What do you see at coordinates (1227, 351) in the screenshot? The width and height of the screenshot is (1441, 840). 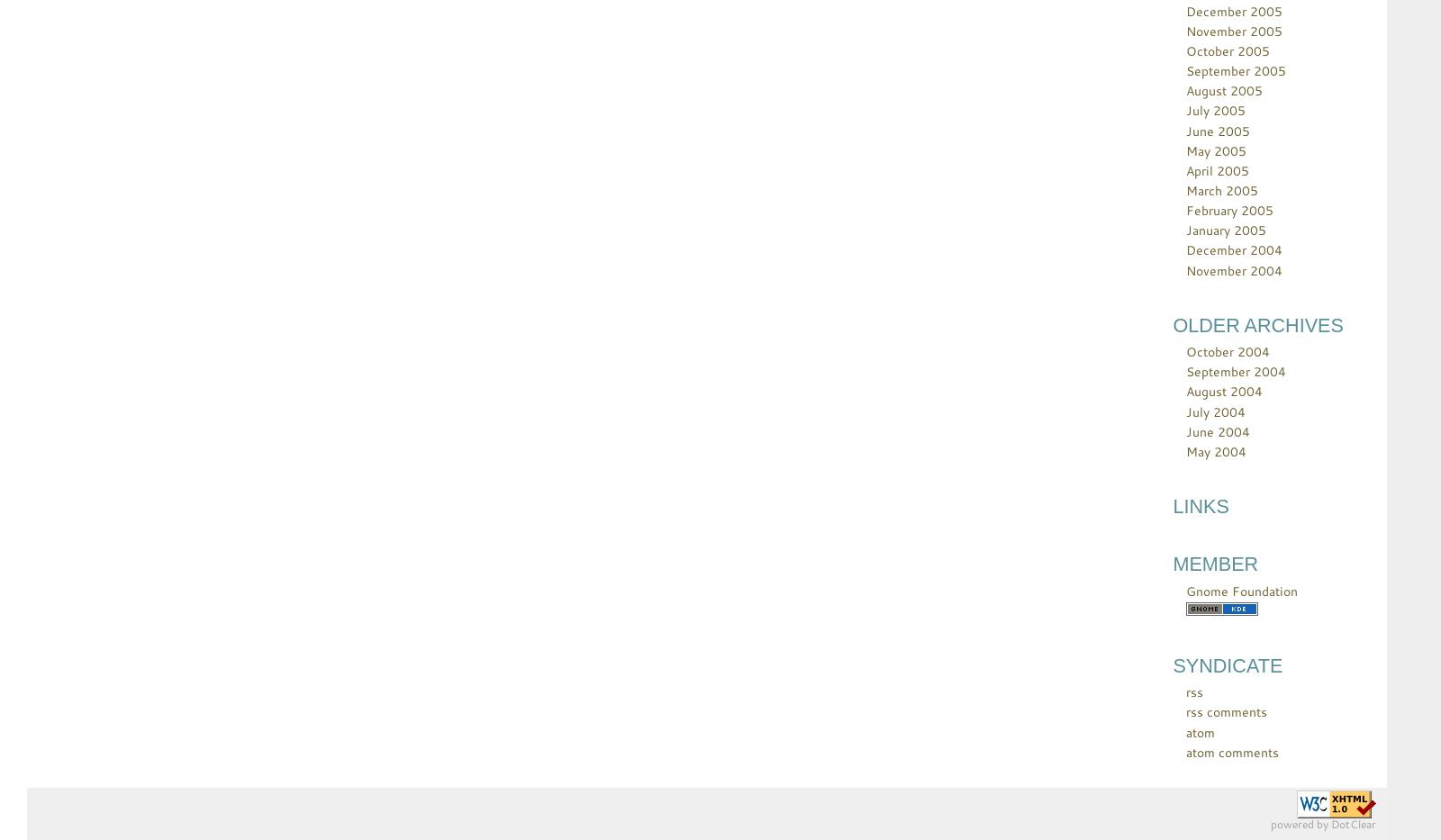 I see `'October 2004'` at bounding box center [1227, 351].